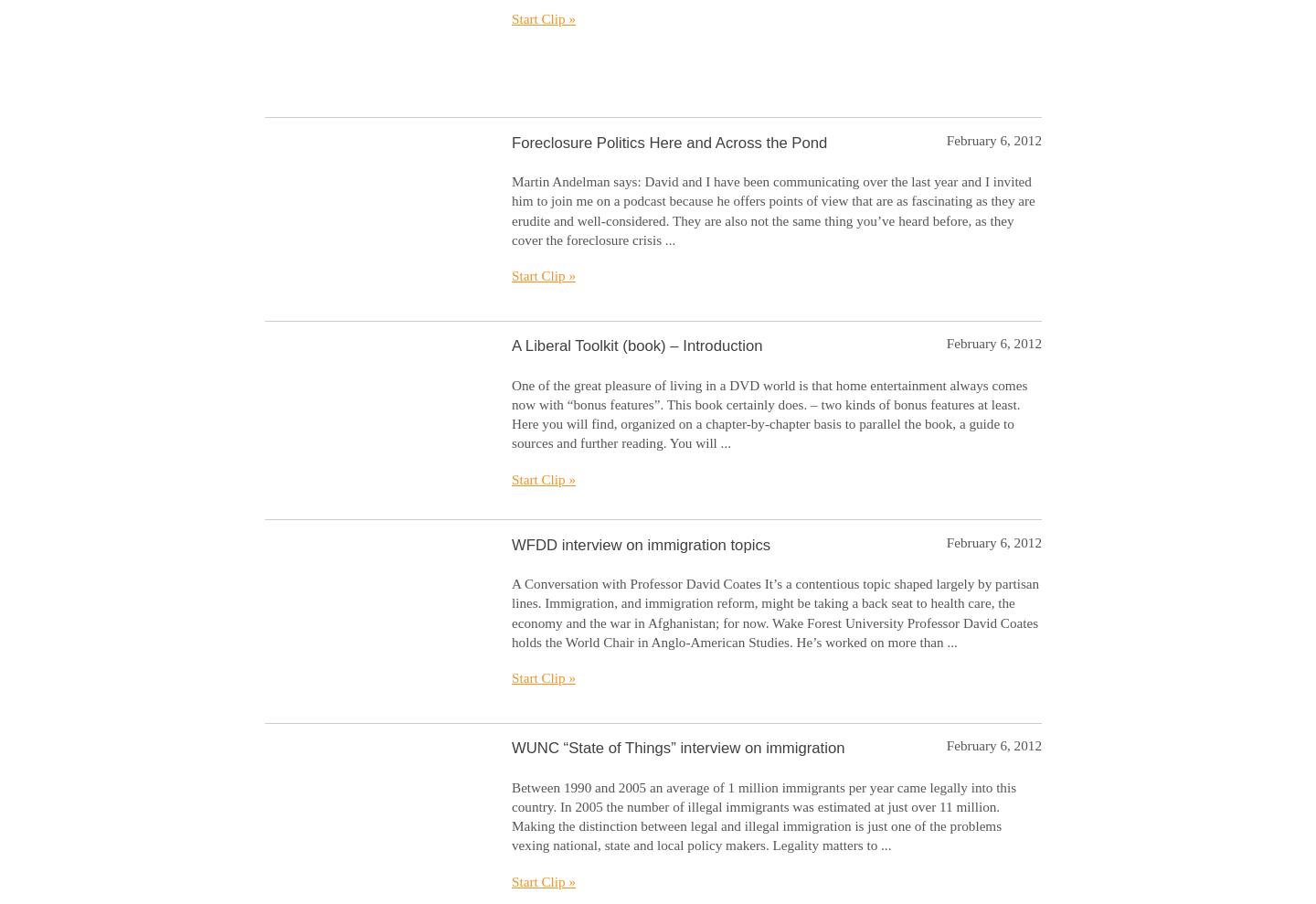 The width and height of the screenshot is (1316, 904). Describe the element at coordinates (772, 209) in the screenshot. I see `'Martin Andelman says: David and I have been communicating over the last year and I invited him to join me on a podcast because he offers points of view that are as fascinating as they are erudite and well-considered. They are also not the same thing you’ve heard before, as they cover the foreclosure crisis ...'` at that location.